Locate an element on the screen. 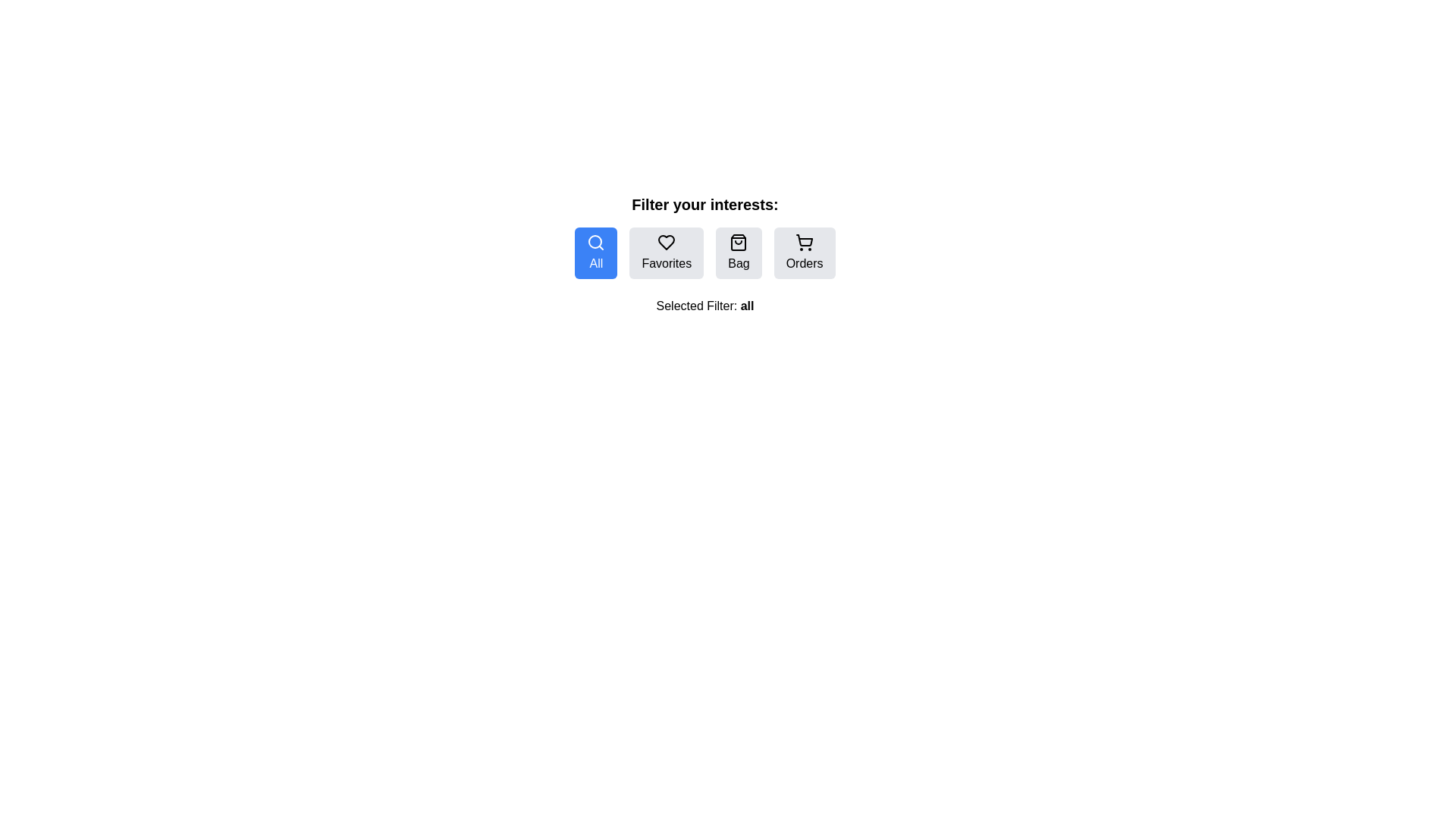 Image resolution: width=1456 pixels, height=819 pixels. the Favorites filter button to change the active filter is located at coordinates (667, 253).